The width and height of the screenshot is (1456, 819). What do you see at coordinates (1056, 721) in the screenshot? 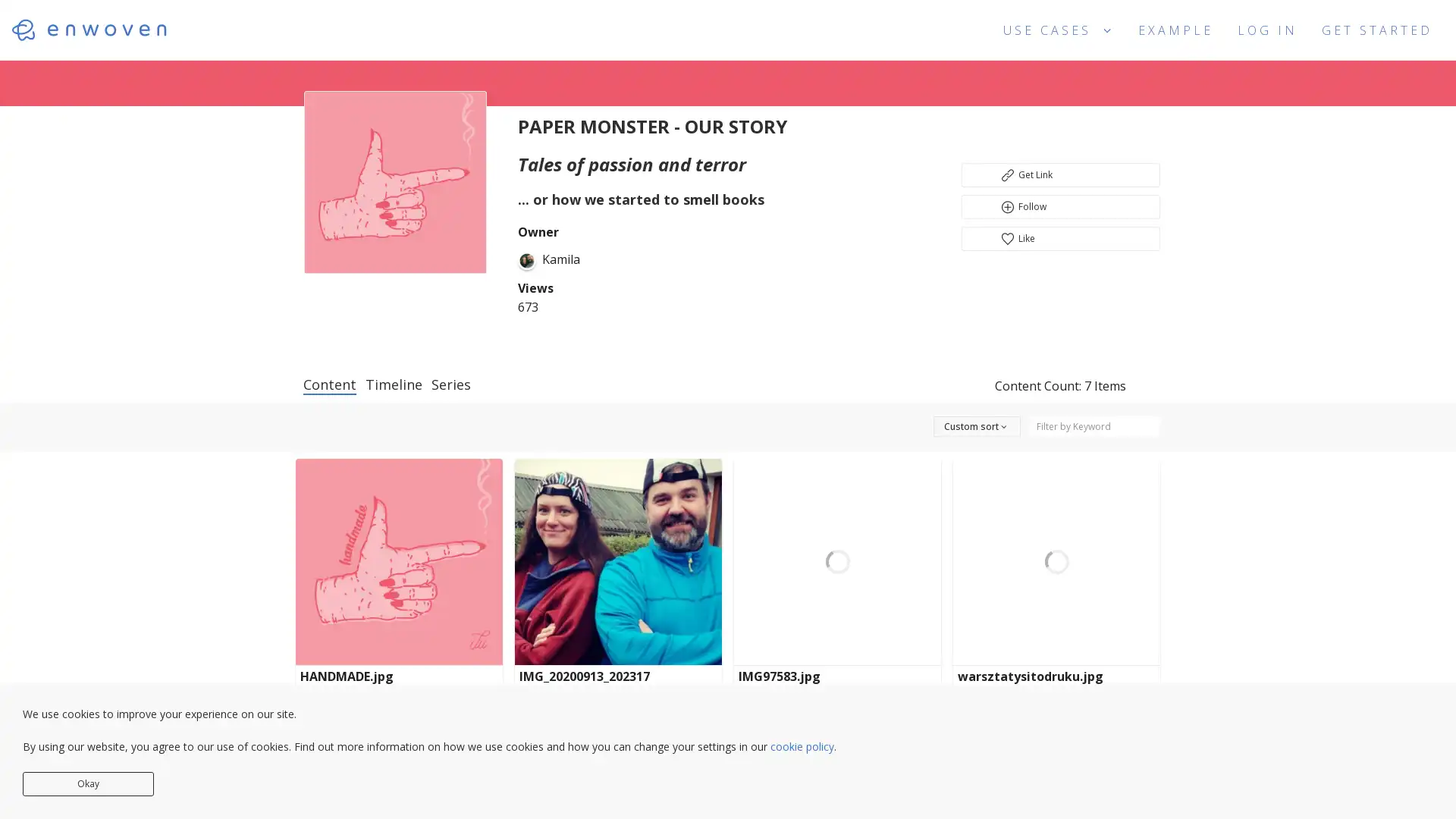
I see `Edit` at bounding box center [1056, 721].